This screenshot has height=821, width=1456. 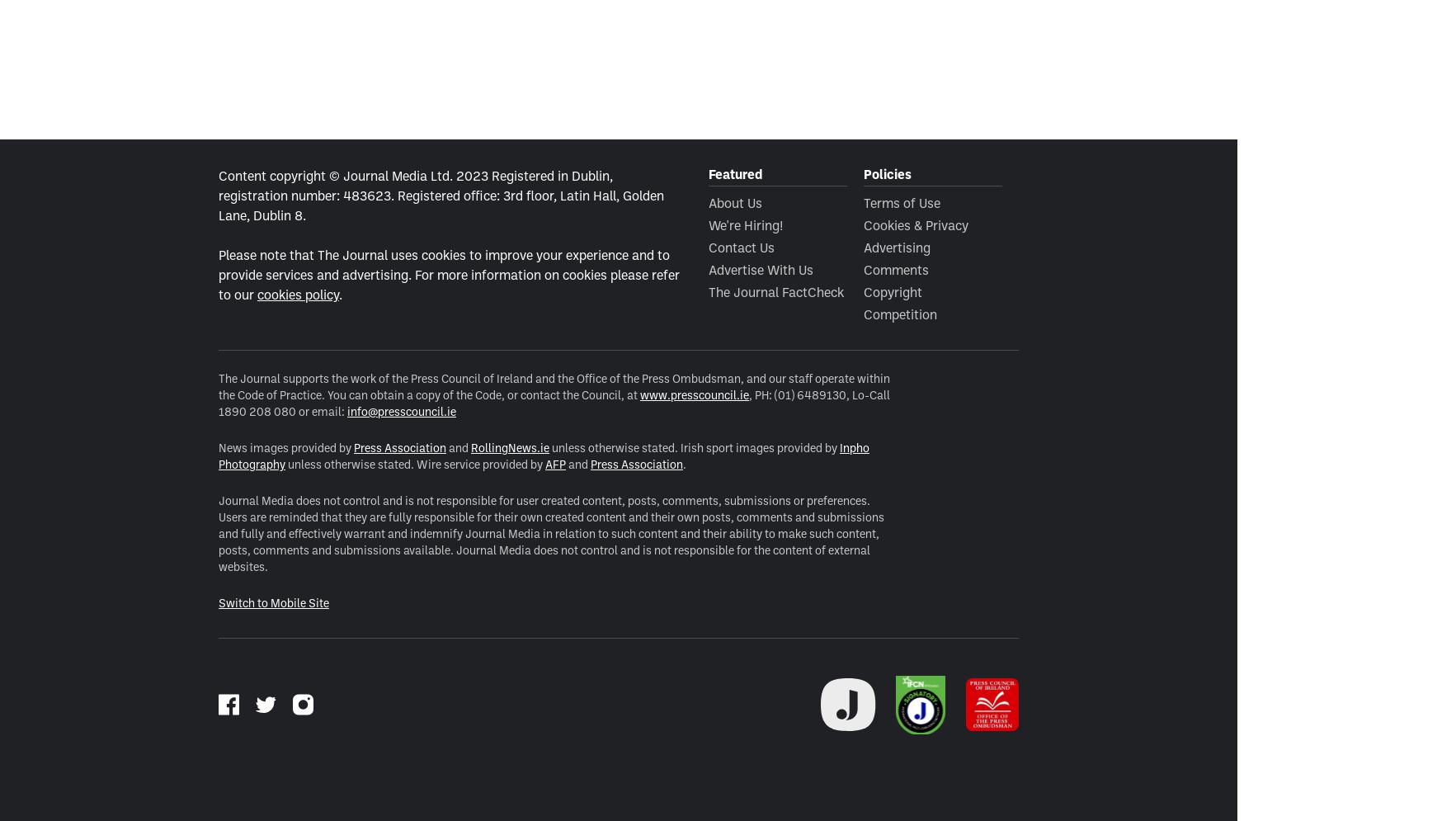 I want to click on 'About Us', so click(x=735, y=201).